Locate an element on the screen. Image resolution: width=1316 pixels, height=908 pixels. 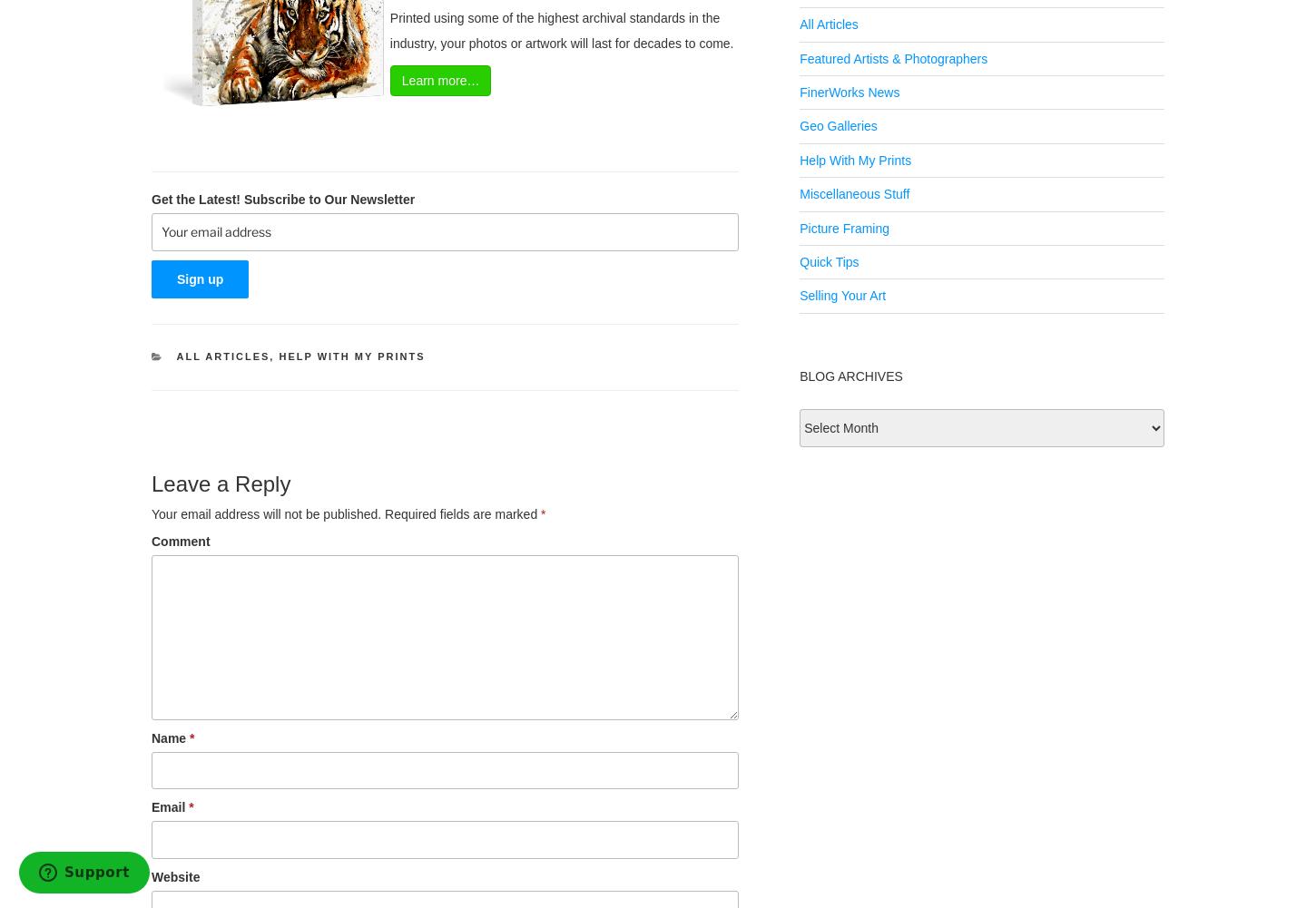
'Leave a Reply' is located at coordinates (151, 482).